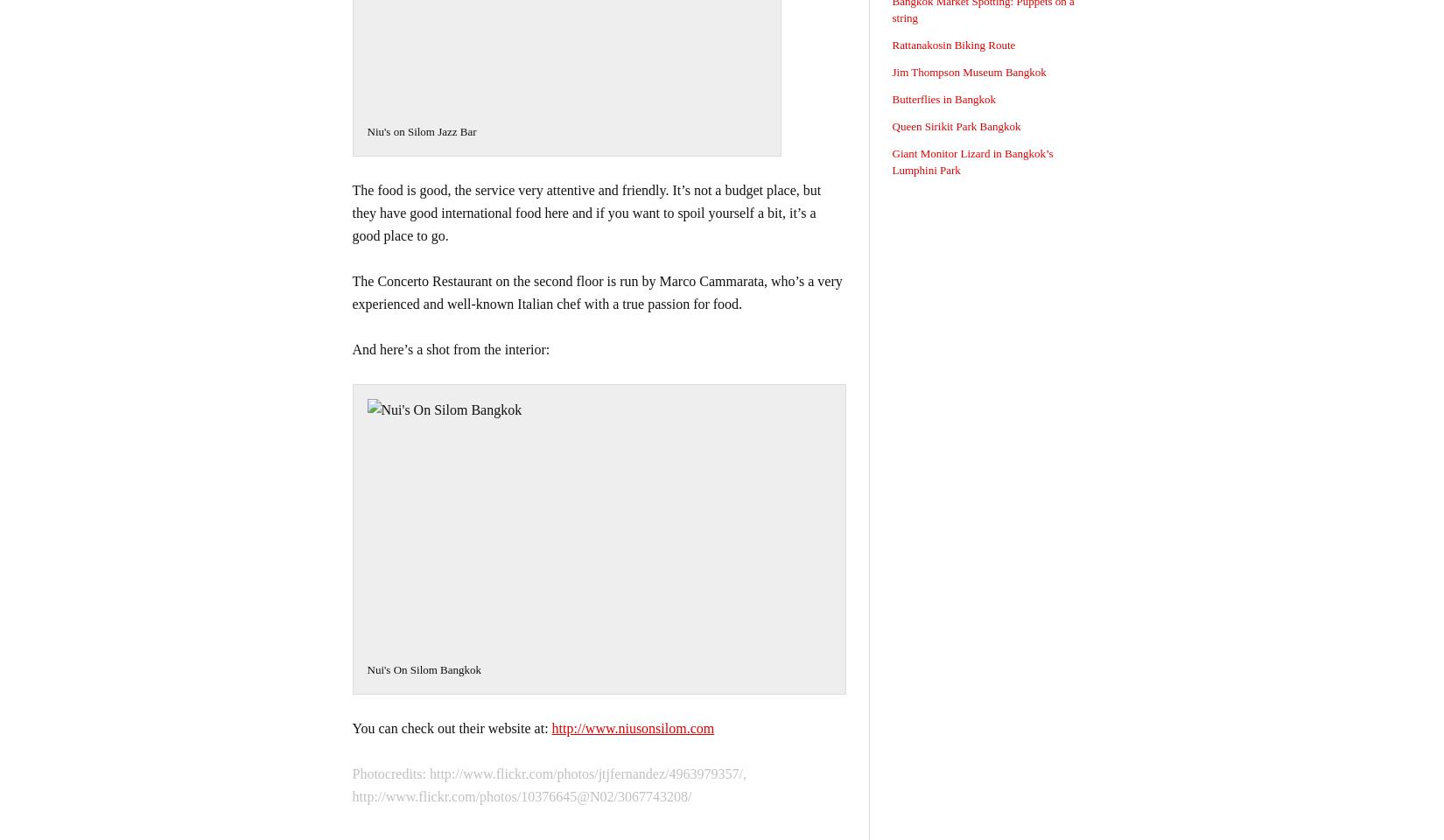 The height and width of the screenshot is (840, 1444). What do you see at coordinates (968, 72) in the screenshot?
I see `'Jim Thompson Museum Bangkok'` at bounding box center [968, 72].